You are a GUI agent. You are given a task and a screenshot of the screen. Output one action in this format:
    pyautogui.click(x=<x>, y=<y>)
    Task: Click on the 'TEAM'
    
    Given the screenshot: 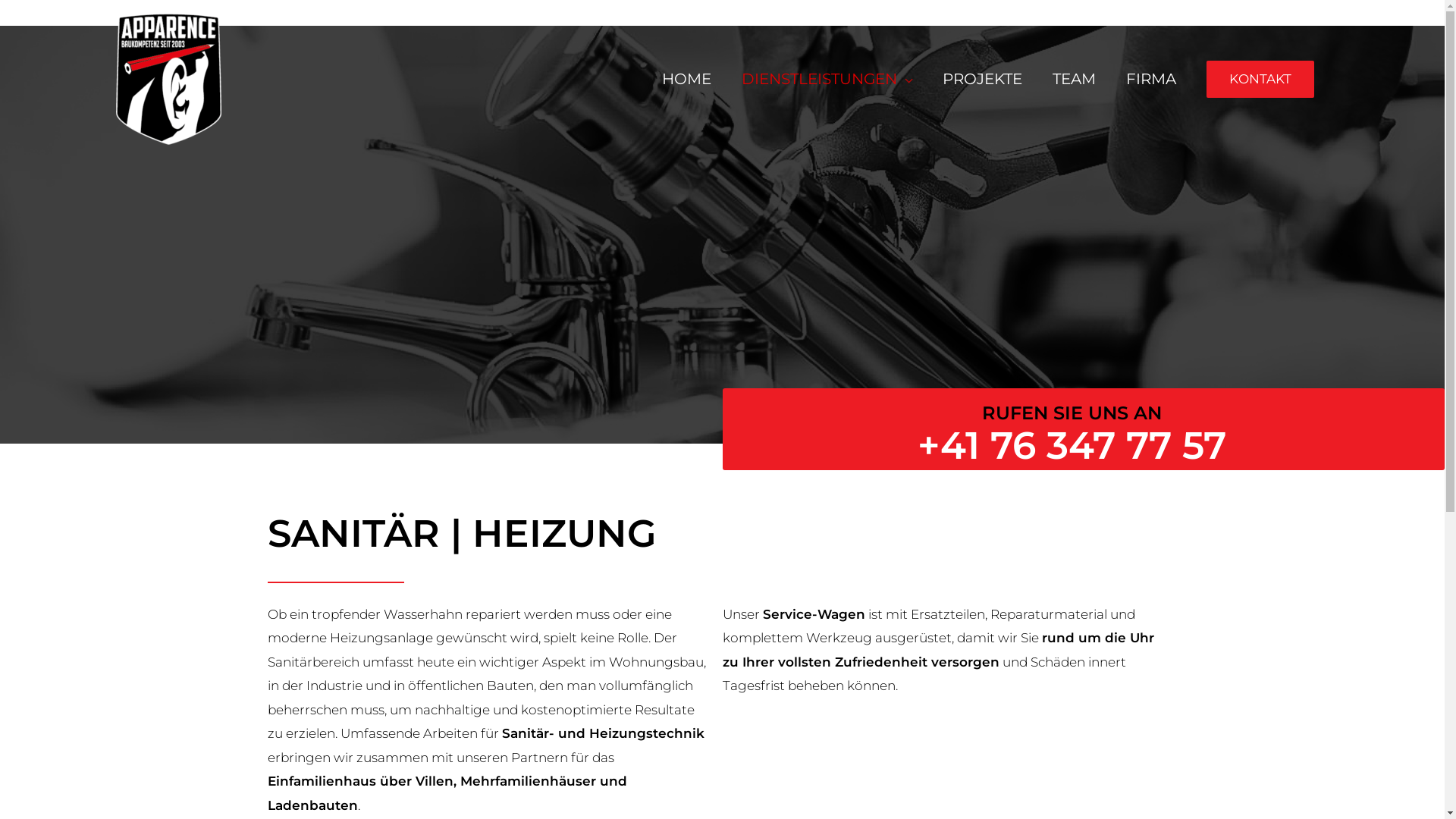 What is the action you would take?
    pyautogui.click(x=1037, y=79)
    